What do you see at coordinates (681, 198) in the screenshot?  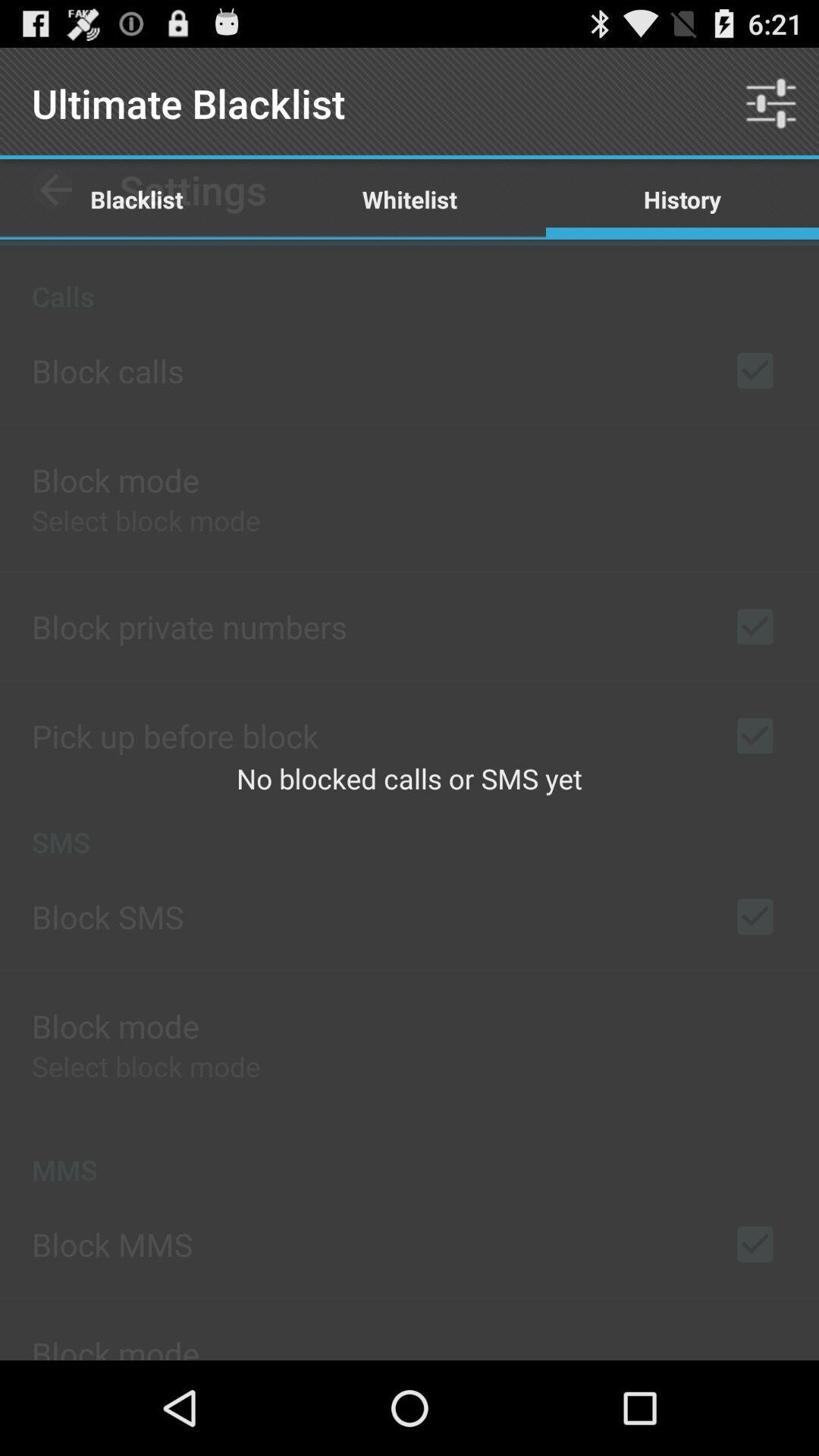 I see `item to the right of whitelist icon` at bounding box center [681, 198].